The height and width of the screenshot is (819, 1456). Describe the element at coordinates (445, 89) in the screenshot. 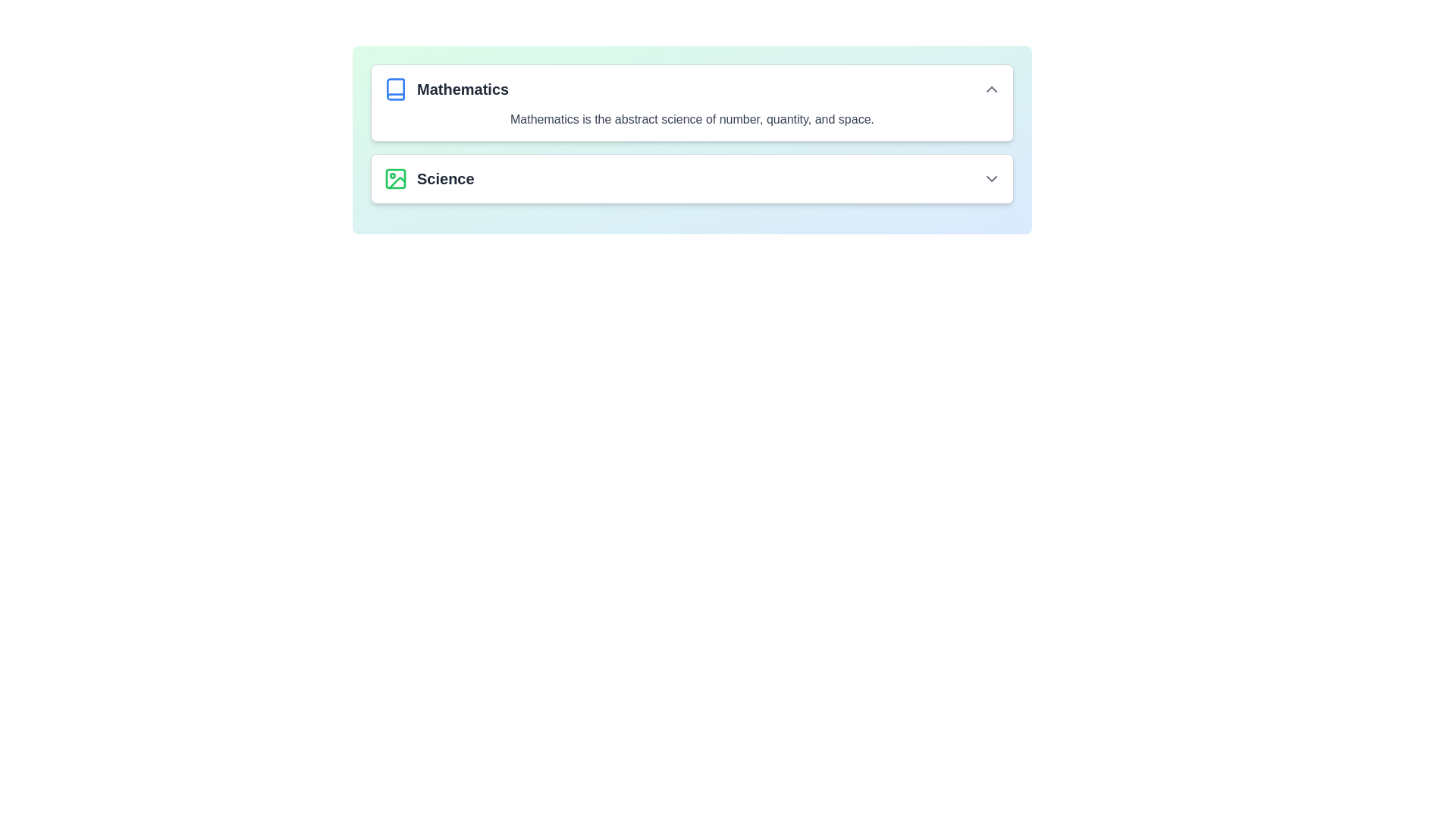

I see `the 'Mathematics' header text, which is a blue icon resembling a book on the left and bold, dark text on the right` at that location.